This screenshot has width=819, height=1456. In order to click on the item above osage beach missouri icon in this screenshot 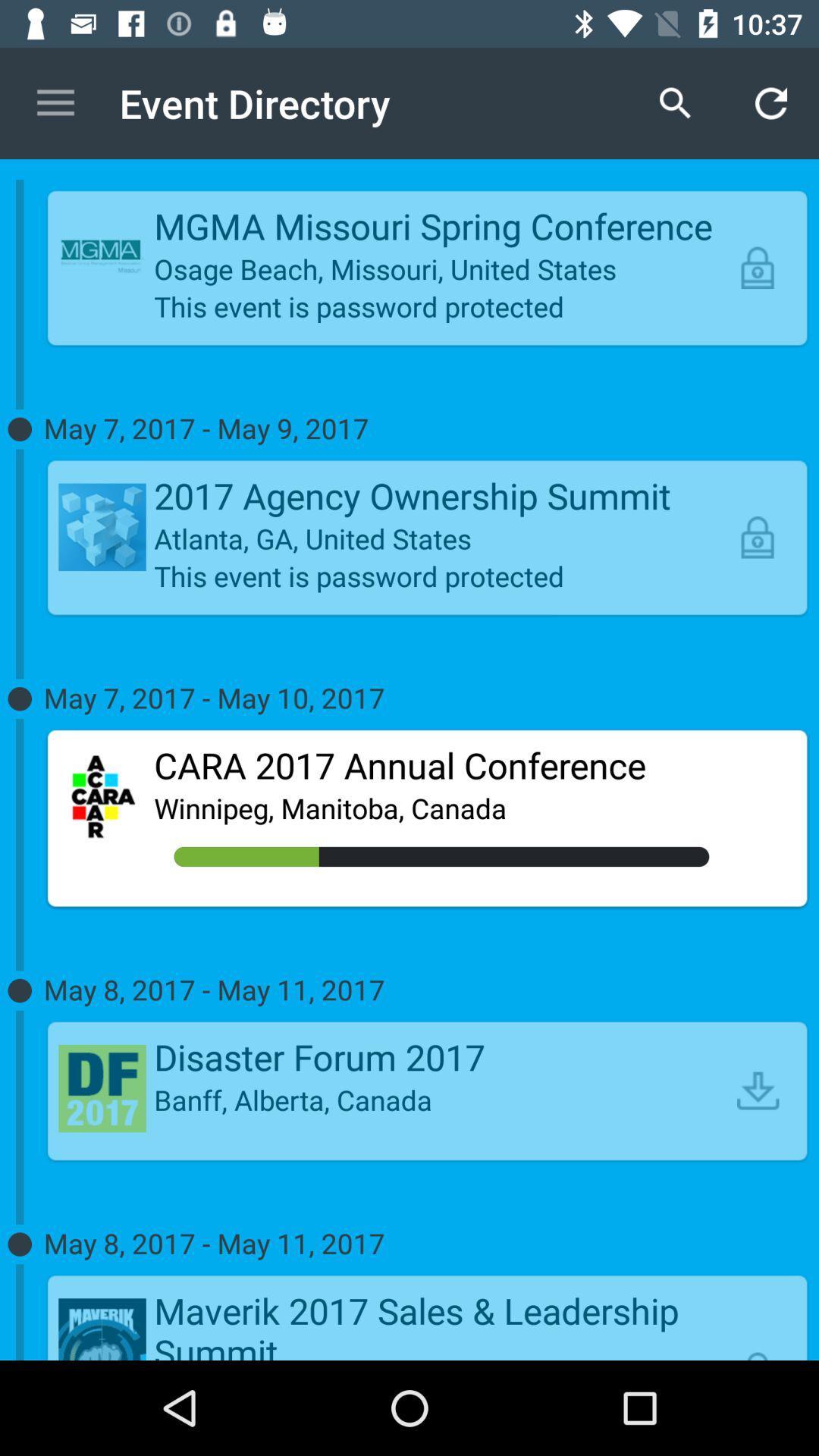, I will do `click(441, 225)`.